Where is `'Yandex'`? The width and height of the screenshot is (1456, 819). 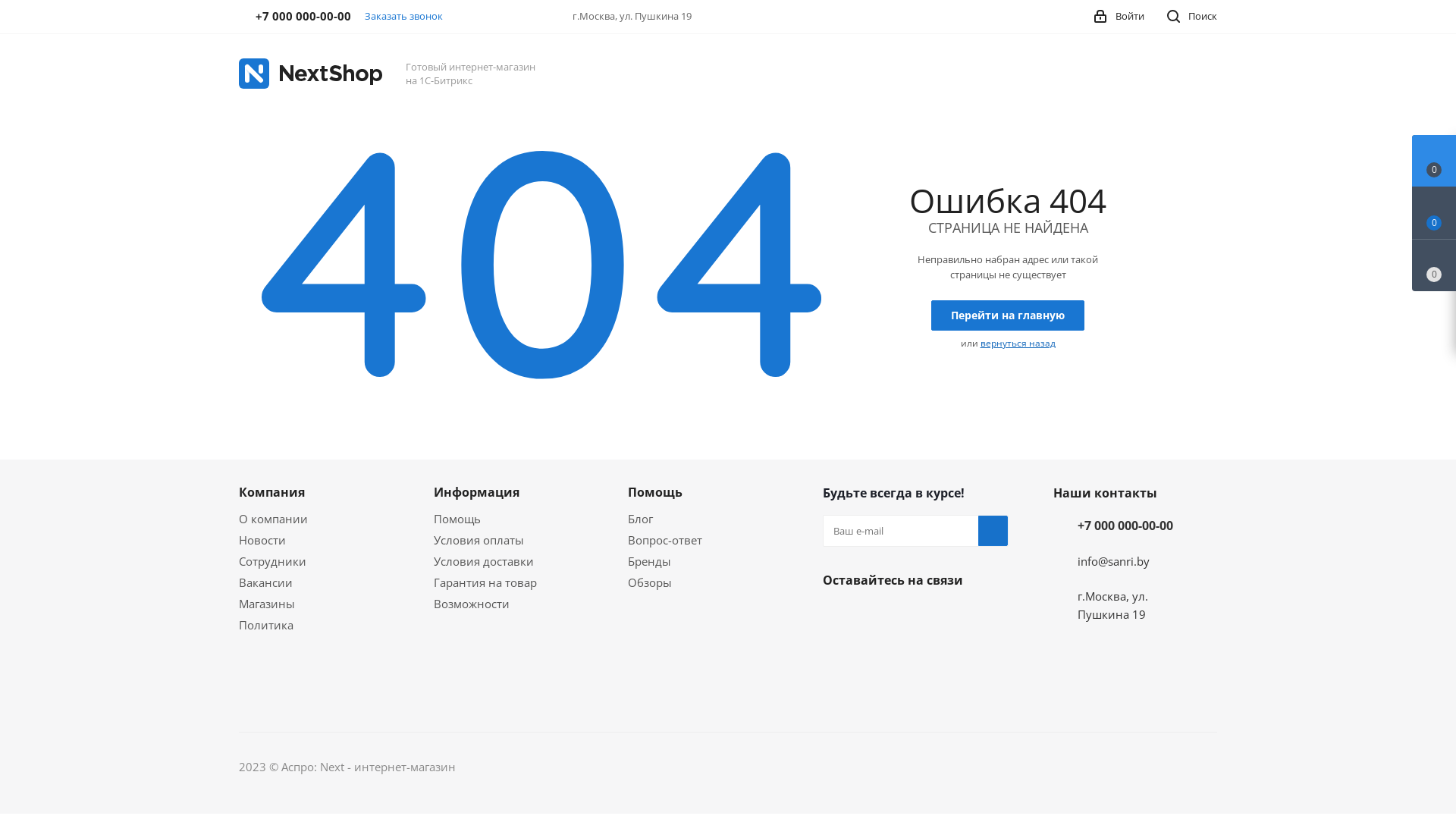 'Yandex' is located at coordinates (1071, 767).